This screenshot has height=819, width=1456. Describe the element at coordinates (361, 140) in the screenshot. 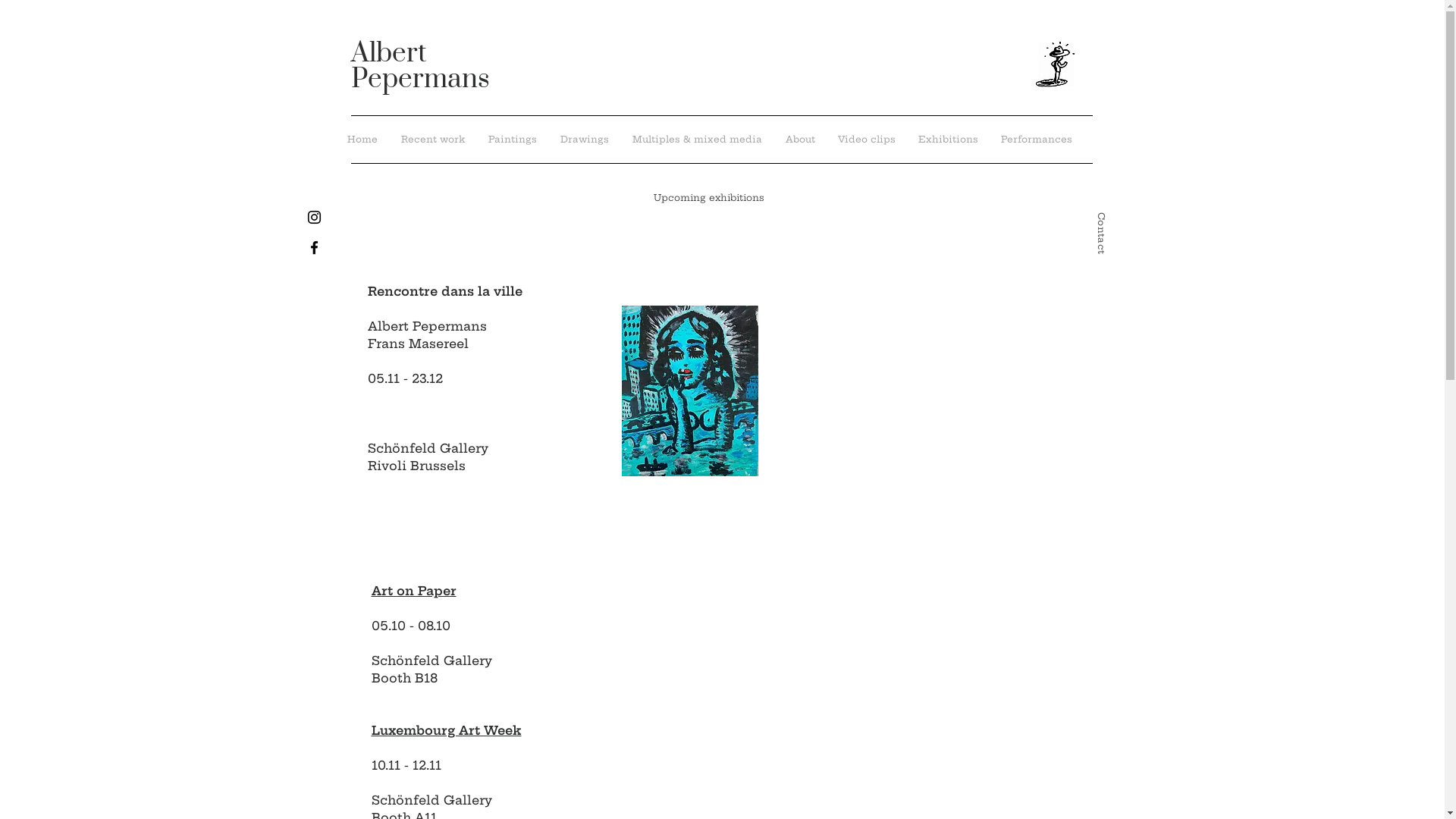

I see `'Home'` at that location.